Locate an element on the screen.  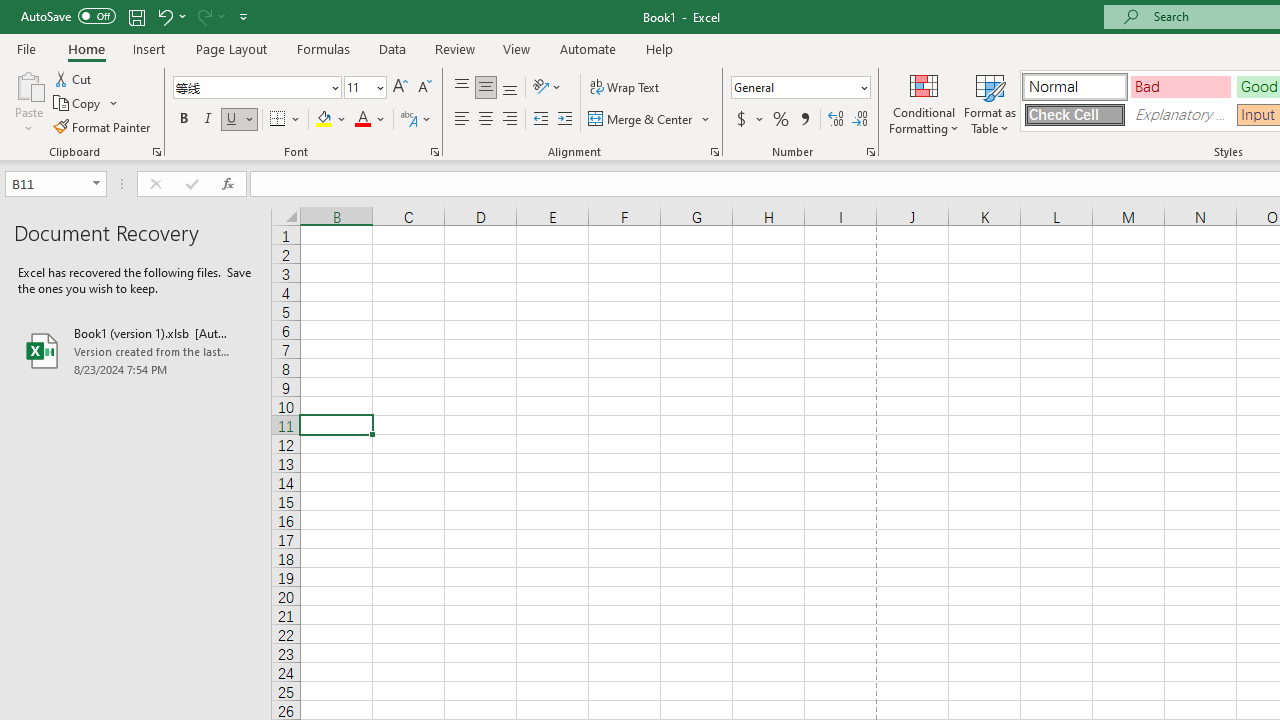
'Bottom Align' is located at coordinates (510, 86).